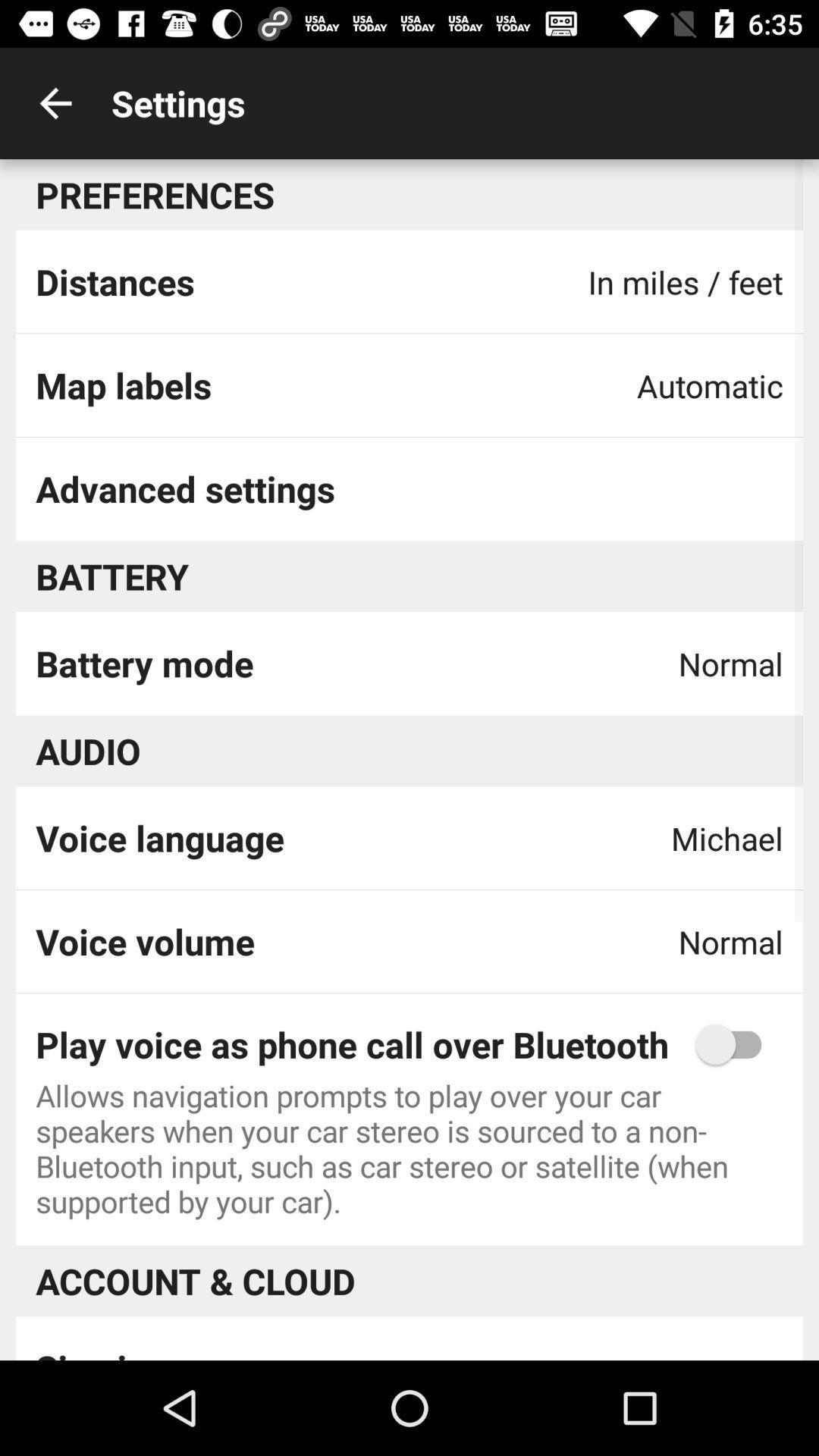 Image resolution: width=819 pixels, height=1456 pixels. Describe the element at coordinates (710, 385) in the screenshot. I see `the icon to the right of map labels icon` at that location.